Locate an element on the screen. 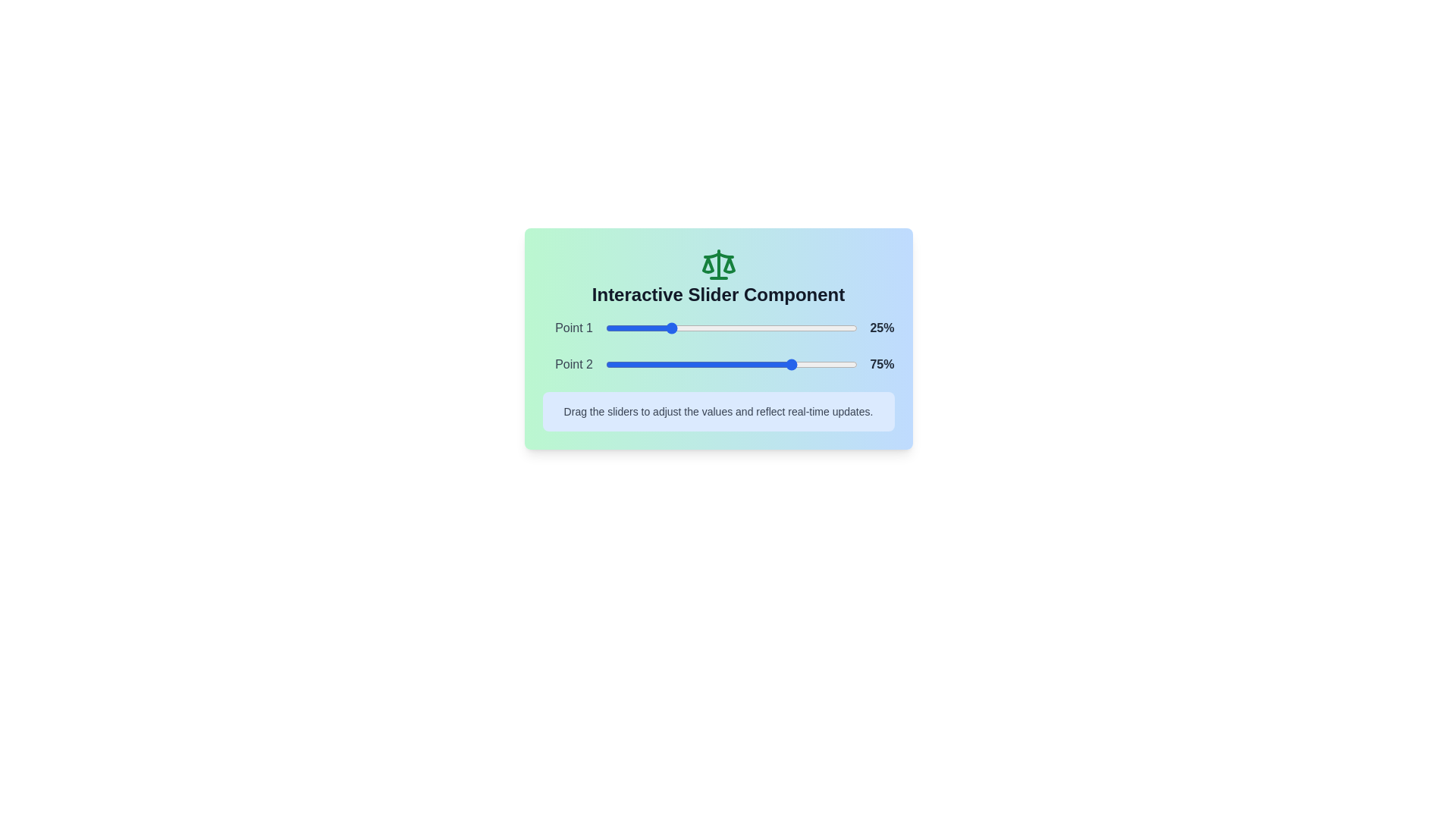 Image resolution: width=1456 pixels, height=819 pixels. the slider to set its value to 66% is located at coordinates (772, 327).